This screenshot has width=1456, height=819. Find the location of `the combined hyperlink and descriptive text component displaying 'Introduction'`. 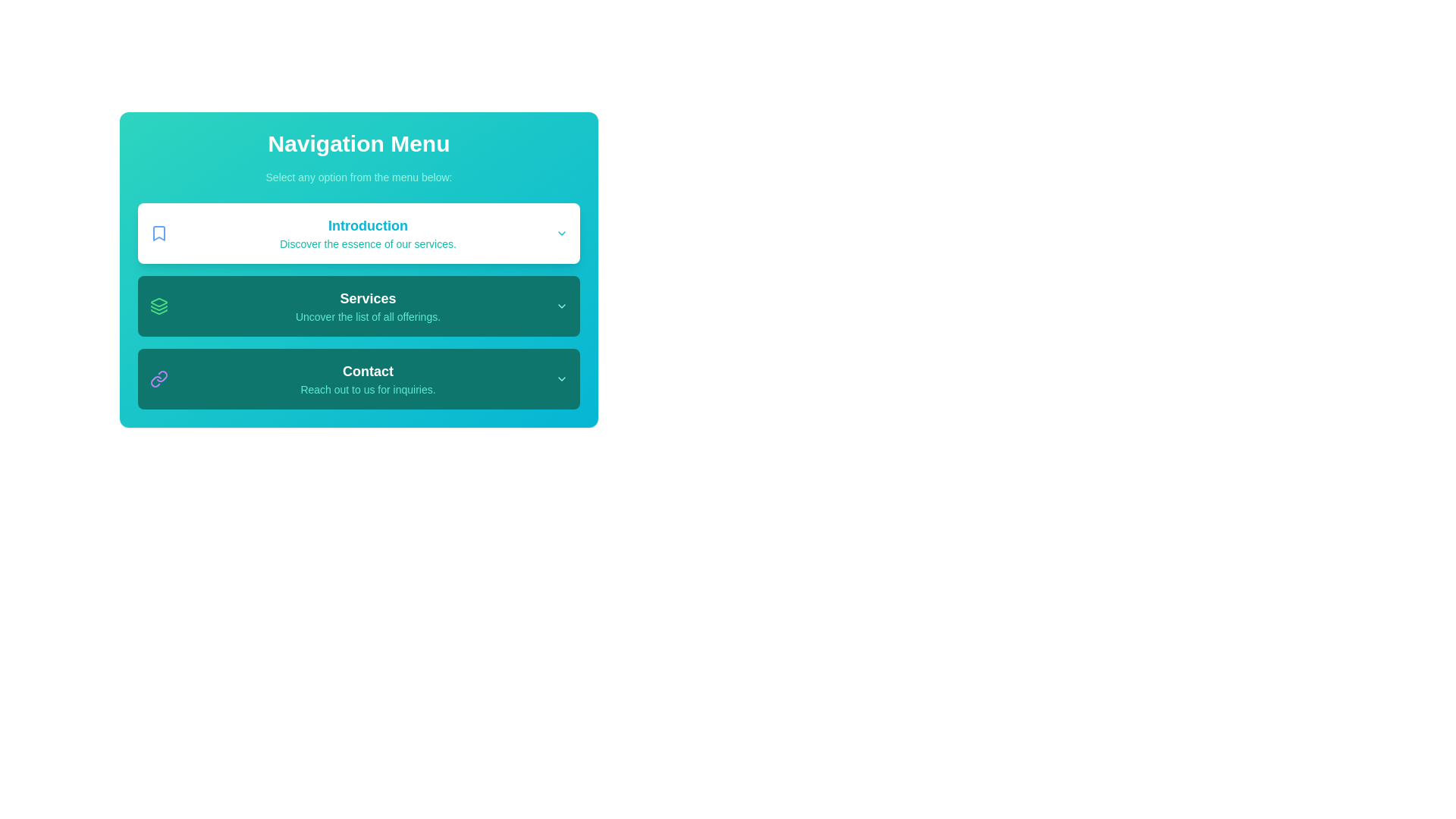

the combined hyperlink and descriptive text component displaying 'Introduction' is located at coordinates (368, 234).